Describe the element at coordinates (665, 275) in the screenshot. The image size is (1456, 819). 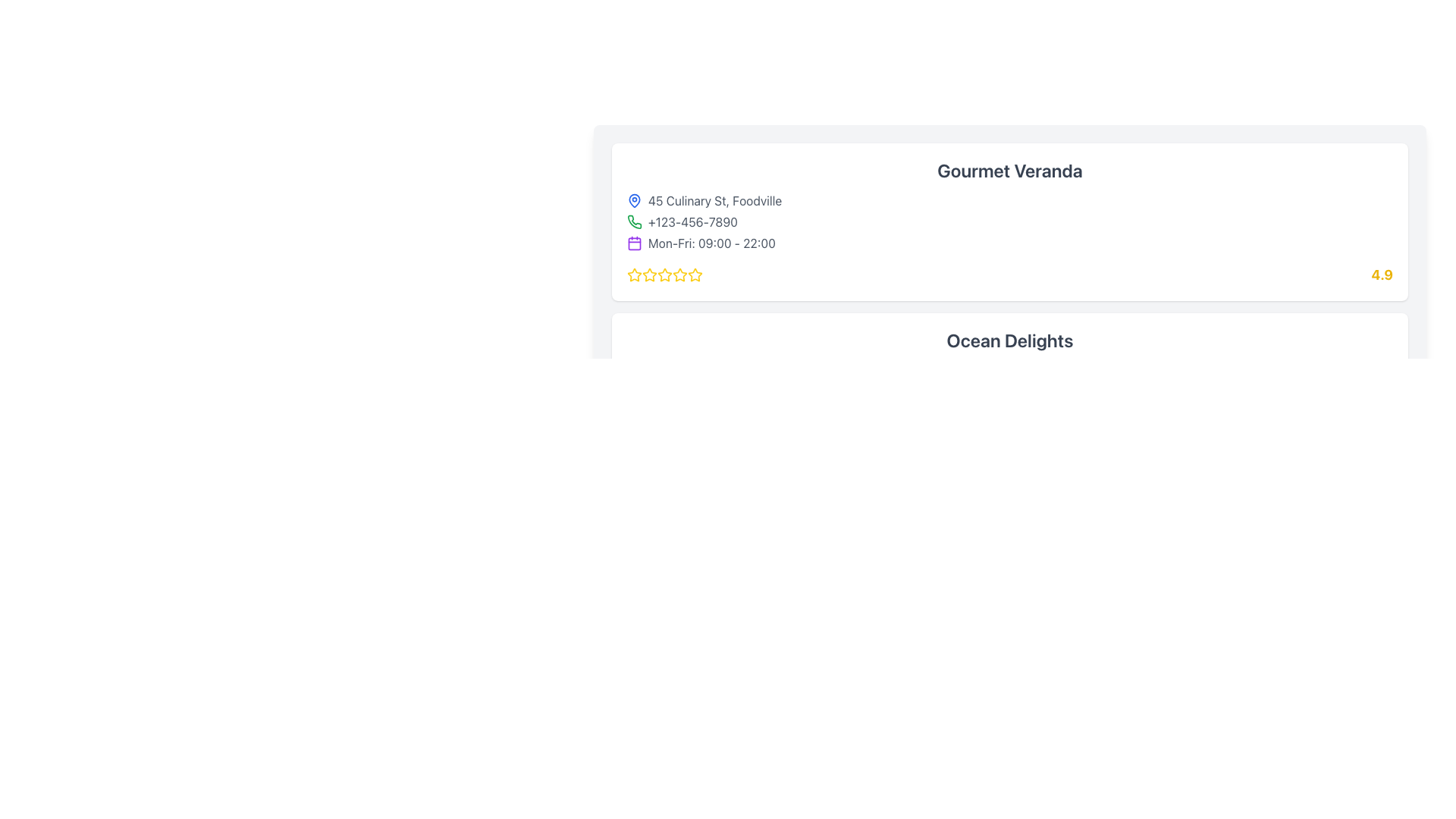
I see `the fourth yellow-outlined rating star icon` at that location.